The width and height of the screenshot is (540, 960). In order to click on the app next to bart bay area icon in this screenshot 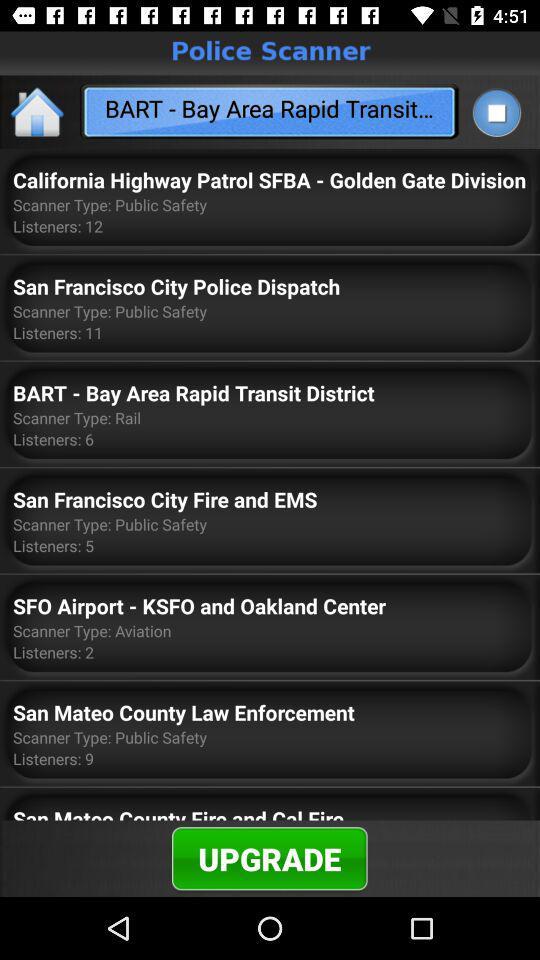, I will do `click(495, 112)`.